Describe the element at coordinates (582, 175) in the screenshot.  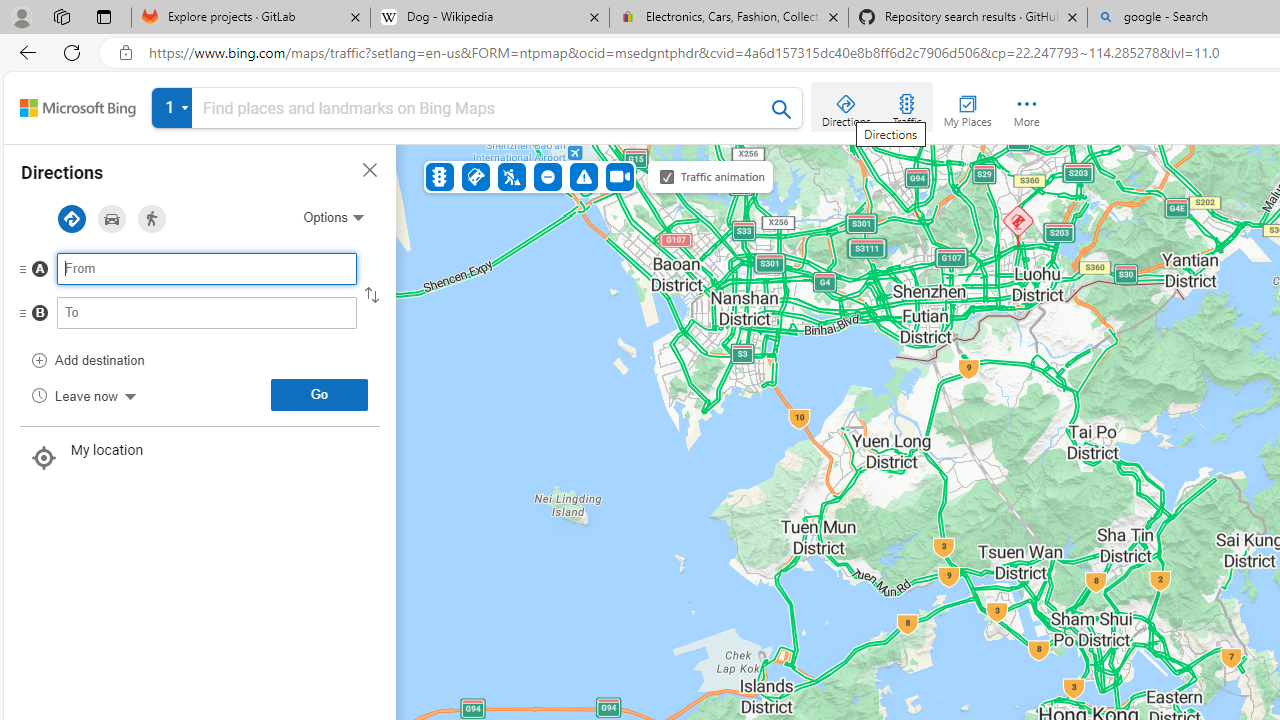
I see `'Miscellaneous incidents'` at that location.